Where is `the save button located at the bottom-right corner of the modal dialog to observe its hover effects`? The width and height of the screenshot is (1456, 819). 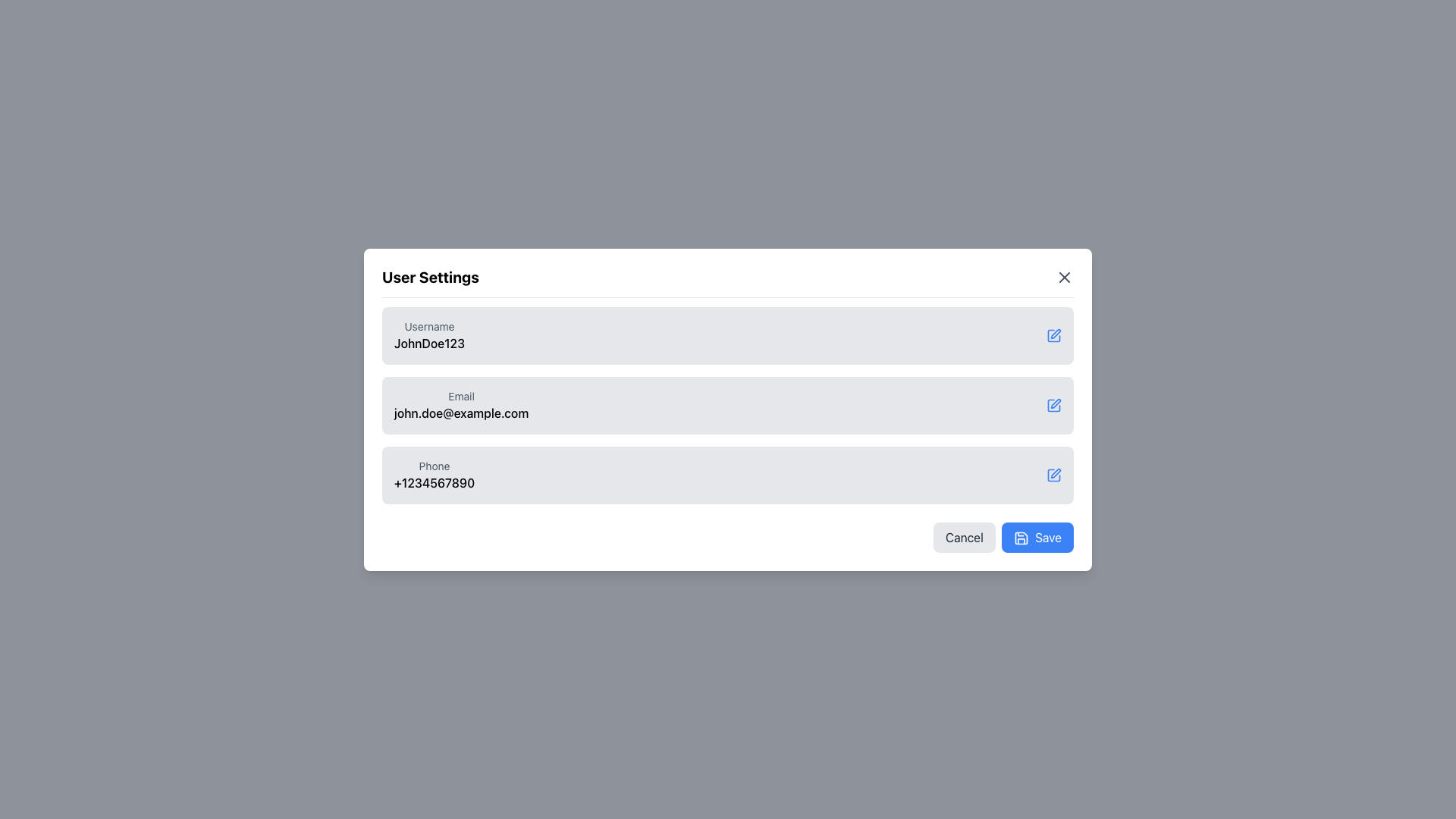 the save button located at the bottom-right corner of the modal dialog to observe its hover effects is located at coordinates (1037, 536).